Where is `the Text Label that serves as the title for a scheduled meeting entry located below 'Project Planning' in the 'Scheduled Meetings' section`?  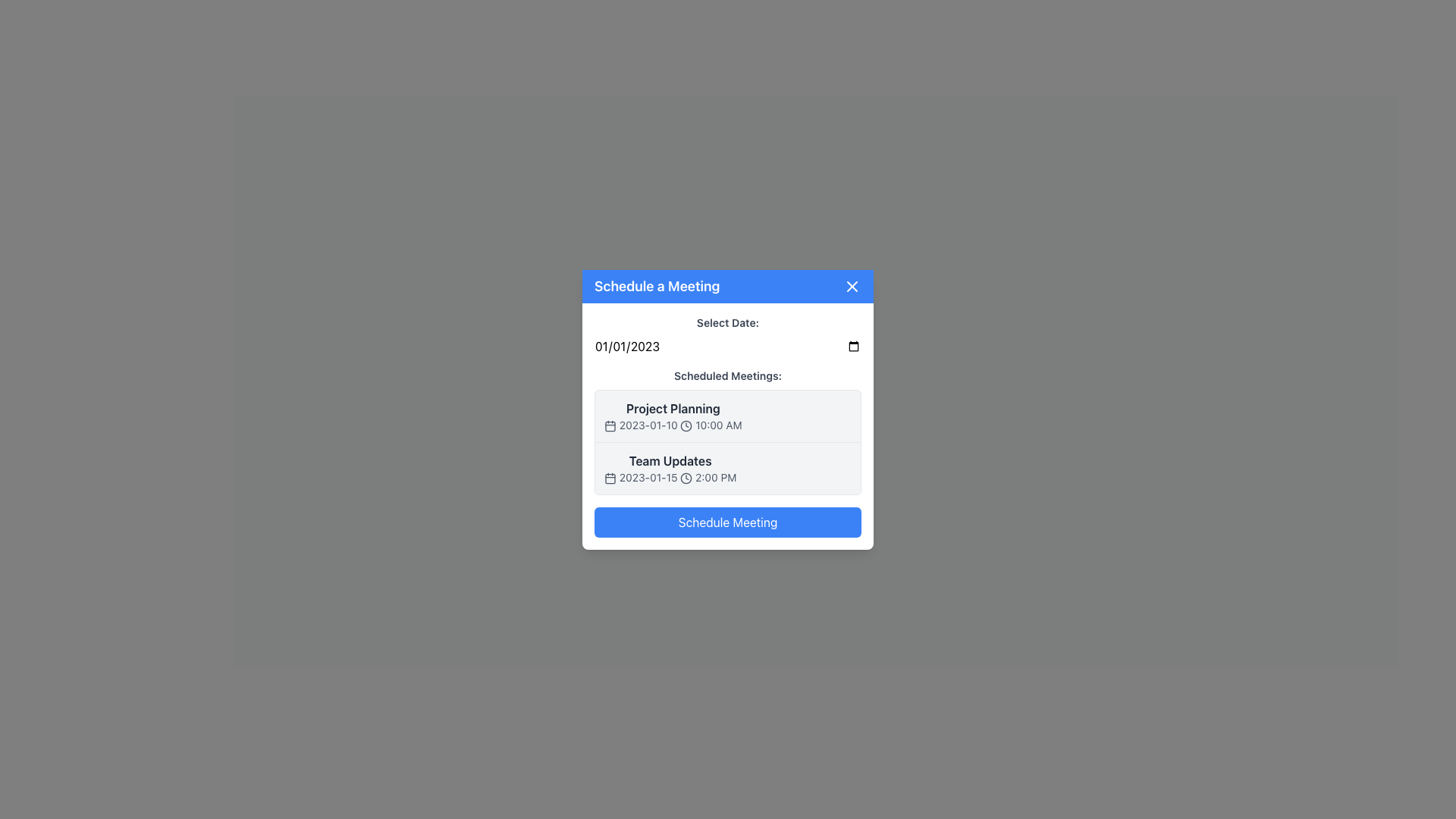 the Text Label that serves as the title for a scheduled meeting entry located below 'Project Planning' in the 'Scheduled Meetings' section is located at coordinates (670, 460).